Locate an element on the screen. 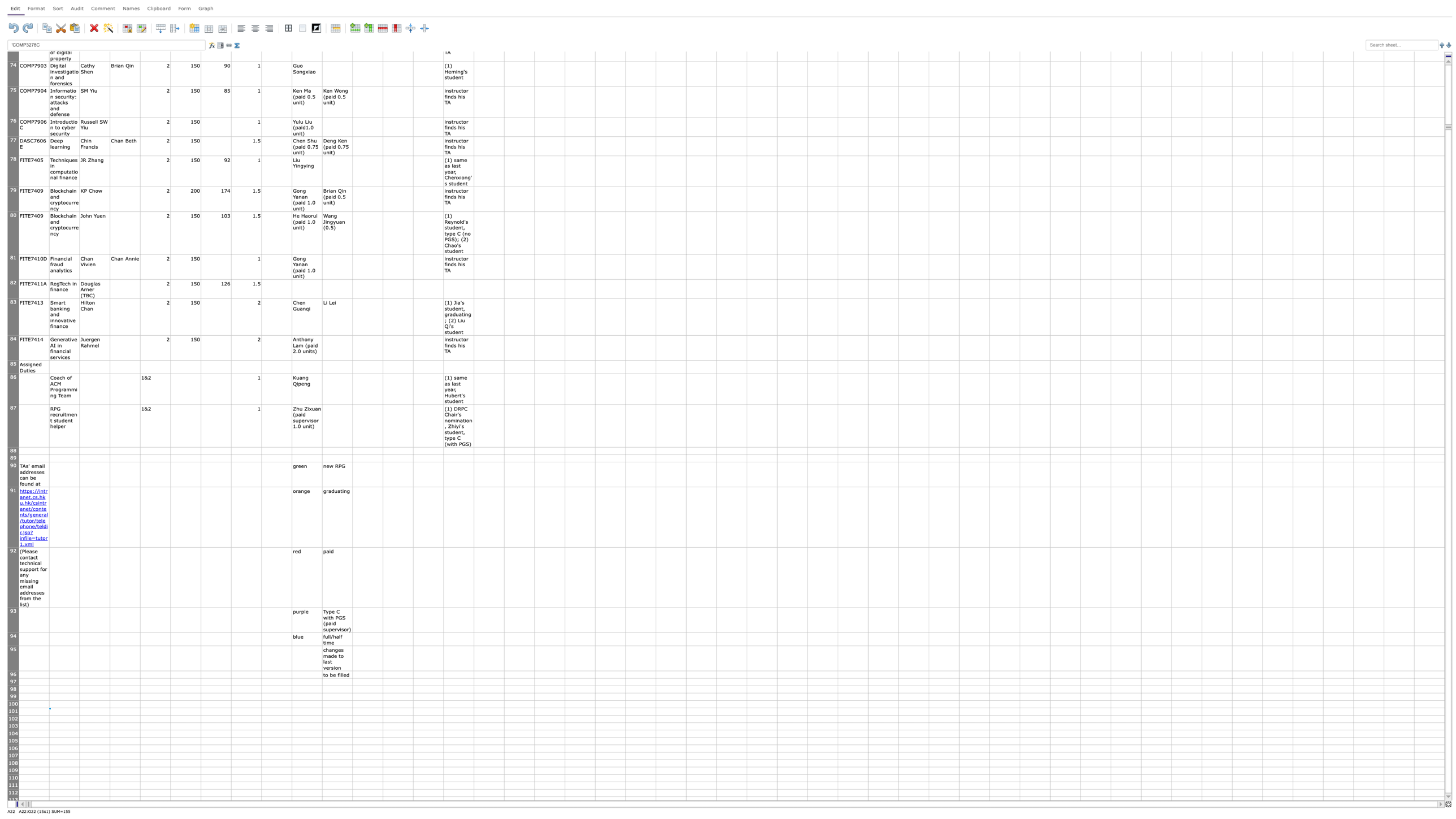 The width and height of the screenshot is (1456, 819). row 99's header bottom edge for resizing is located at coordinates (13, 700).